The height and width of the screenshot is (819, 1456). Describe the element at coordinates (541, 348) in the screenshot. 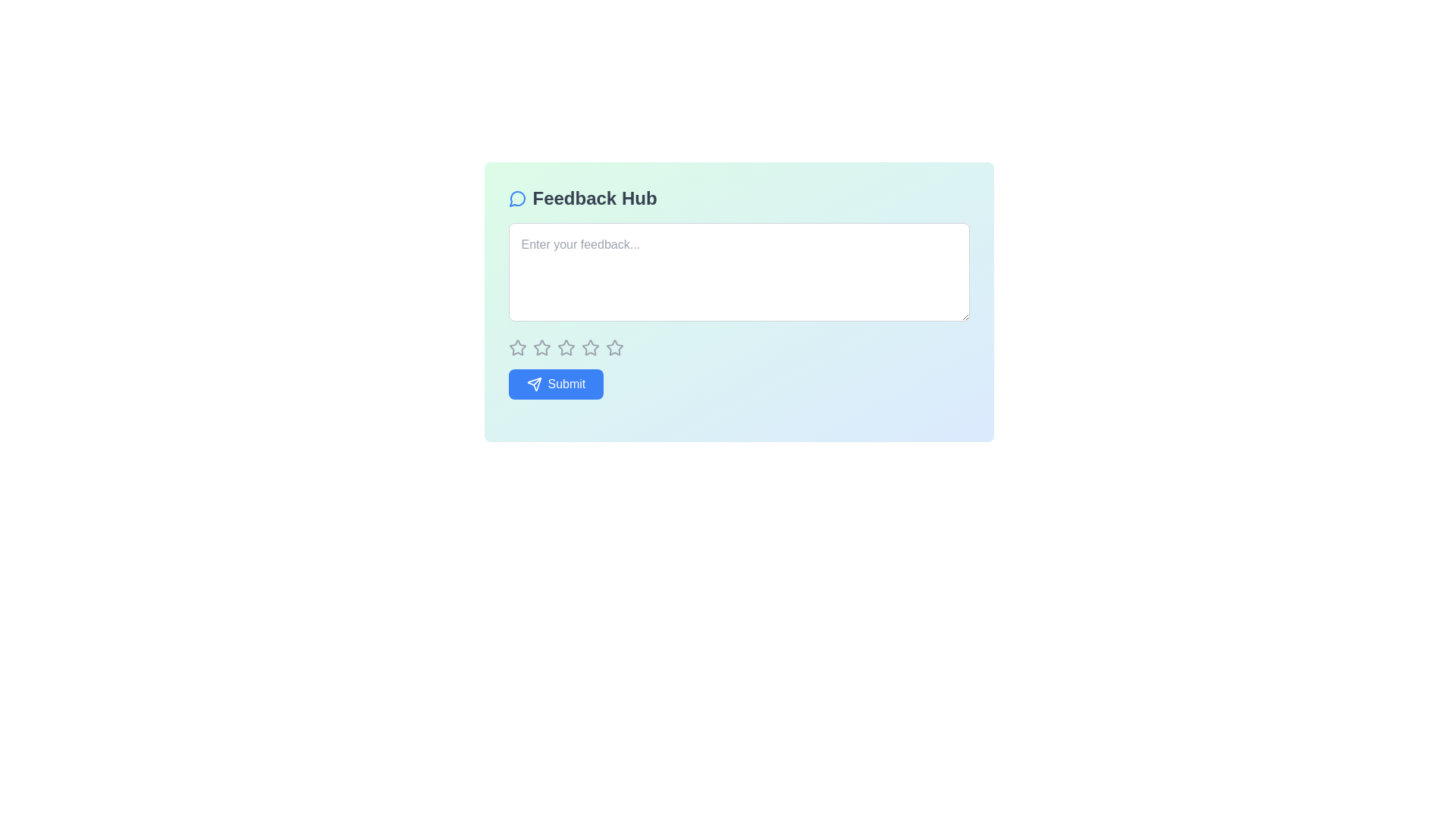

I see `the second gray outlined star icon in the rating system` at that location.